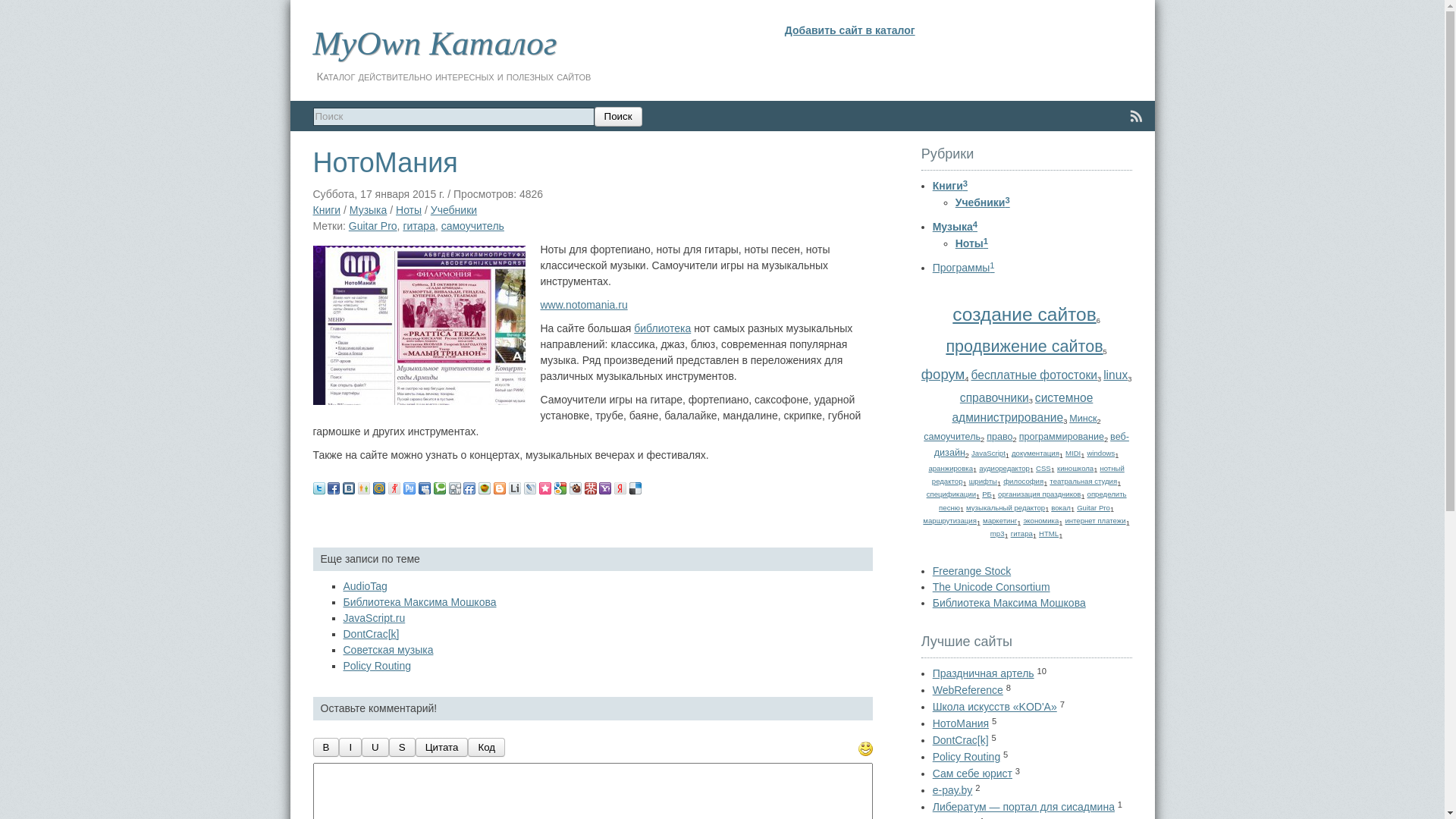 This screenshot has height=819, width=1456. I want to click on 'AudioTag', so click(364, 585).